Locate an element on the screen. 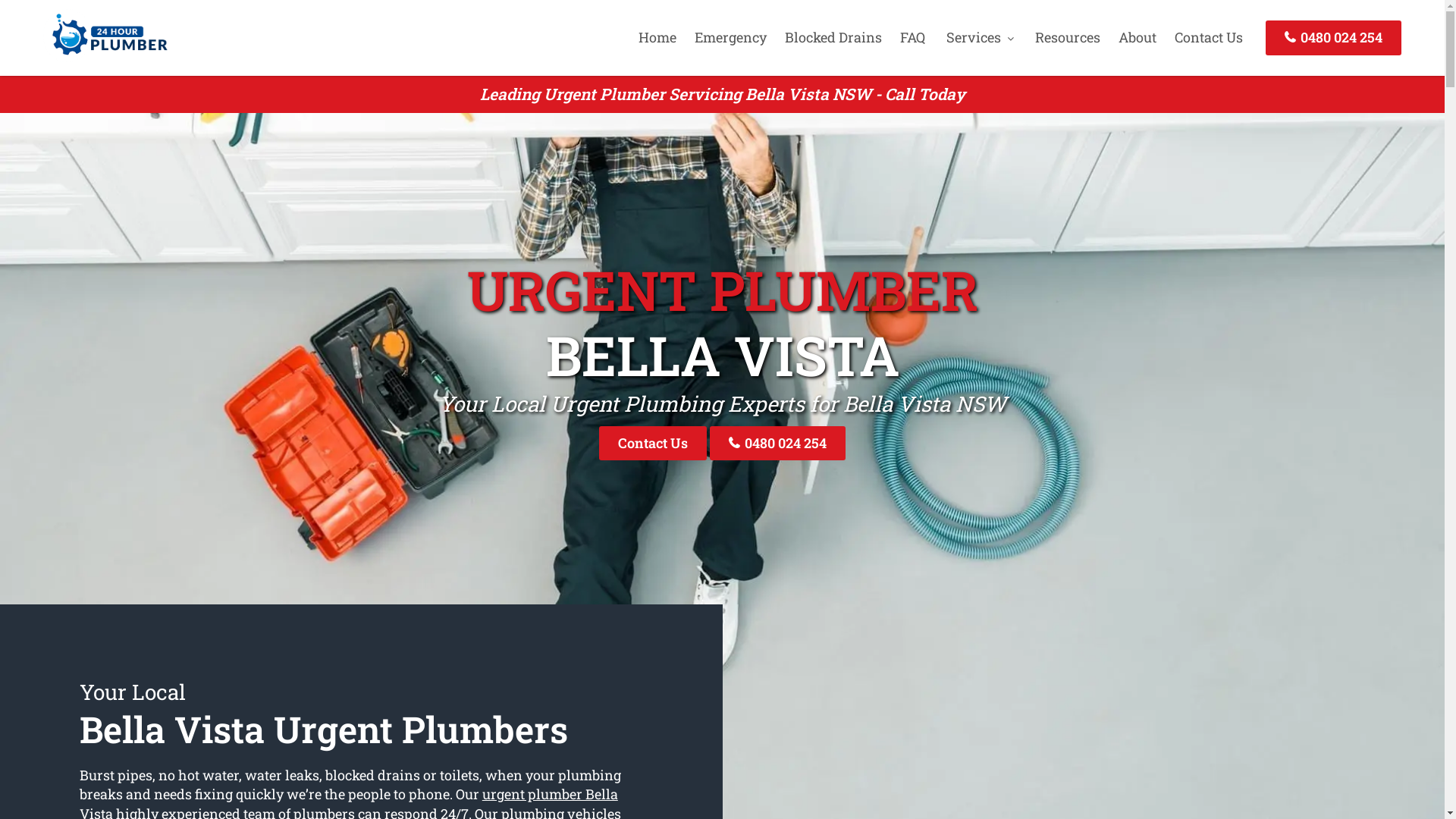 The image size is (1456, 819). '0480 024 254' is located at coordinates (1266, 36).